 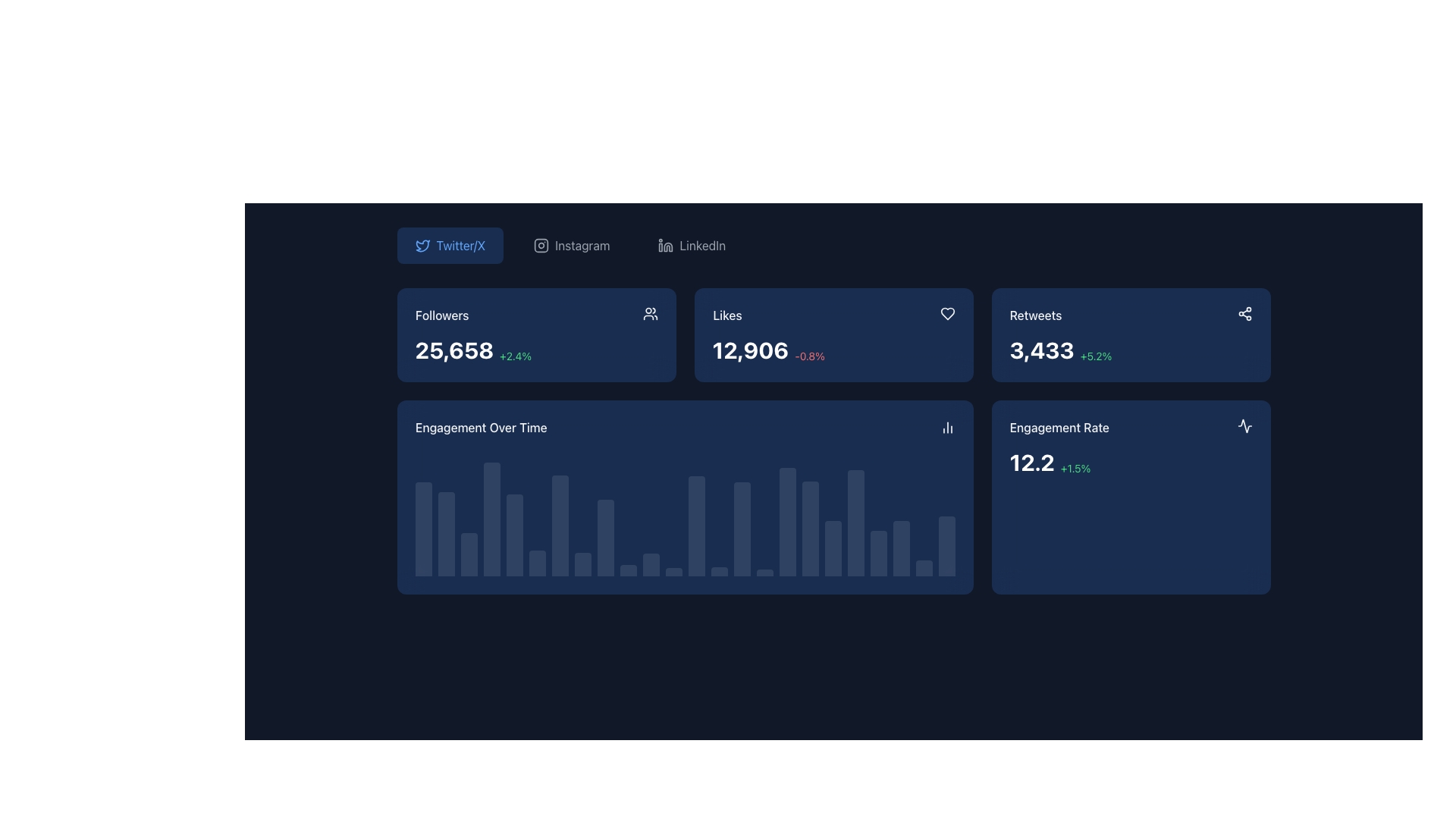 I want to click on the first interactive button in the horizontal row of options located at the top left, so click(x=449, y=245).